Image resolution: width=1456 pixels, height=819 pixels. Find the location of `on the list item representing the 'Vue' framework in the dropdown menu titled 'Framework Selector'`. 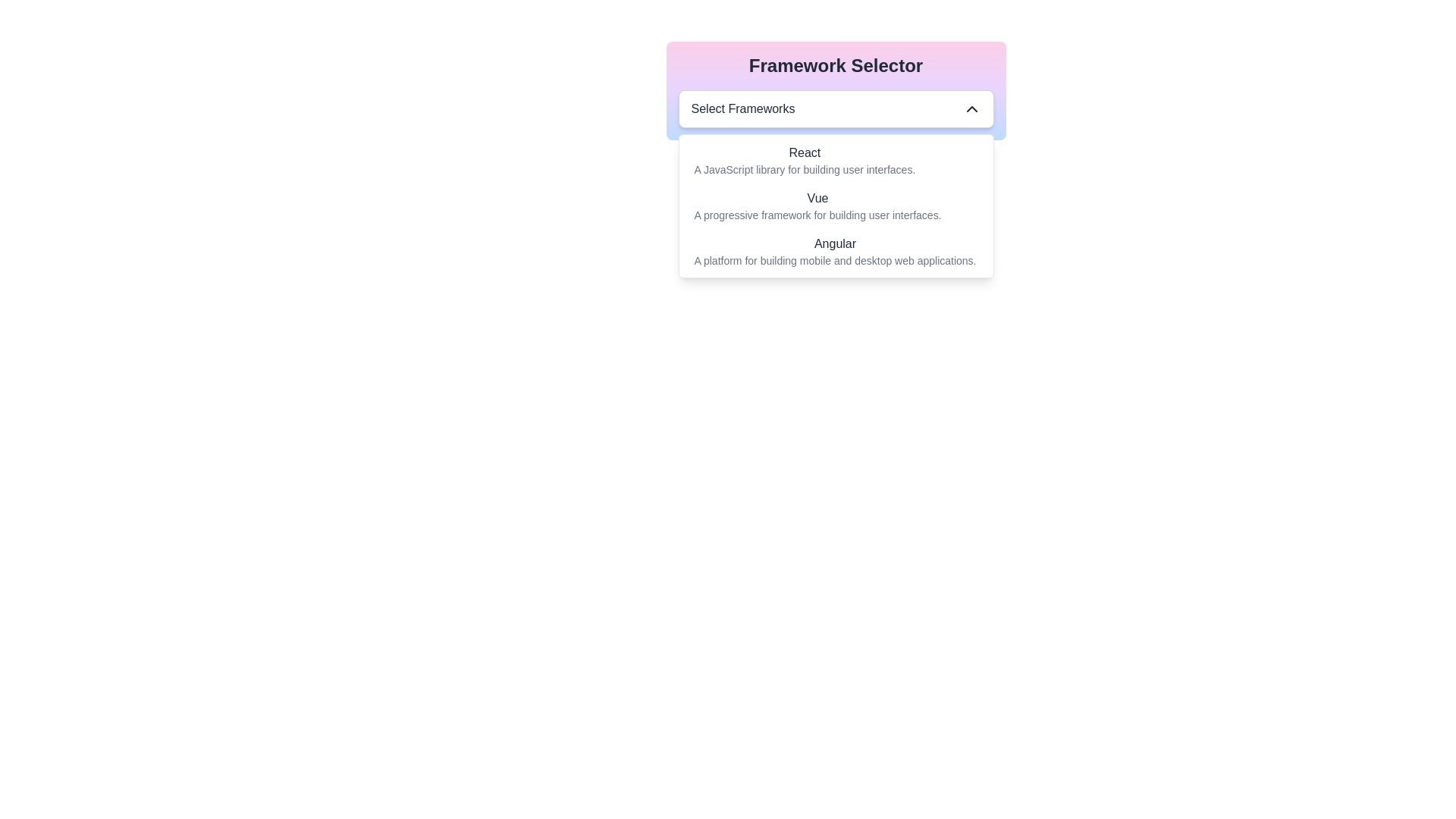

on the list item representing the 'Vue' framework in the dropdown menu titled 'Framework Selector' is located at coordinates (835, 206).